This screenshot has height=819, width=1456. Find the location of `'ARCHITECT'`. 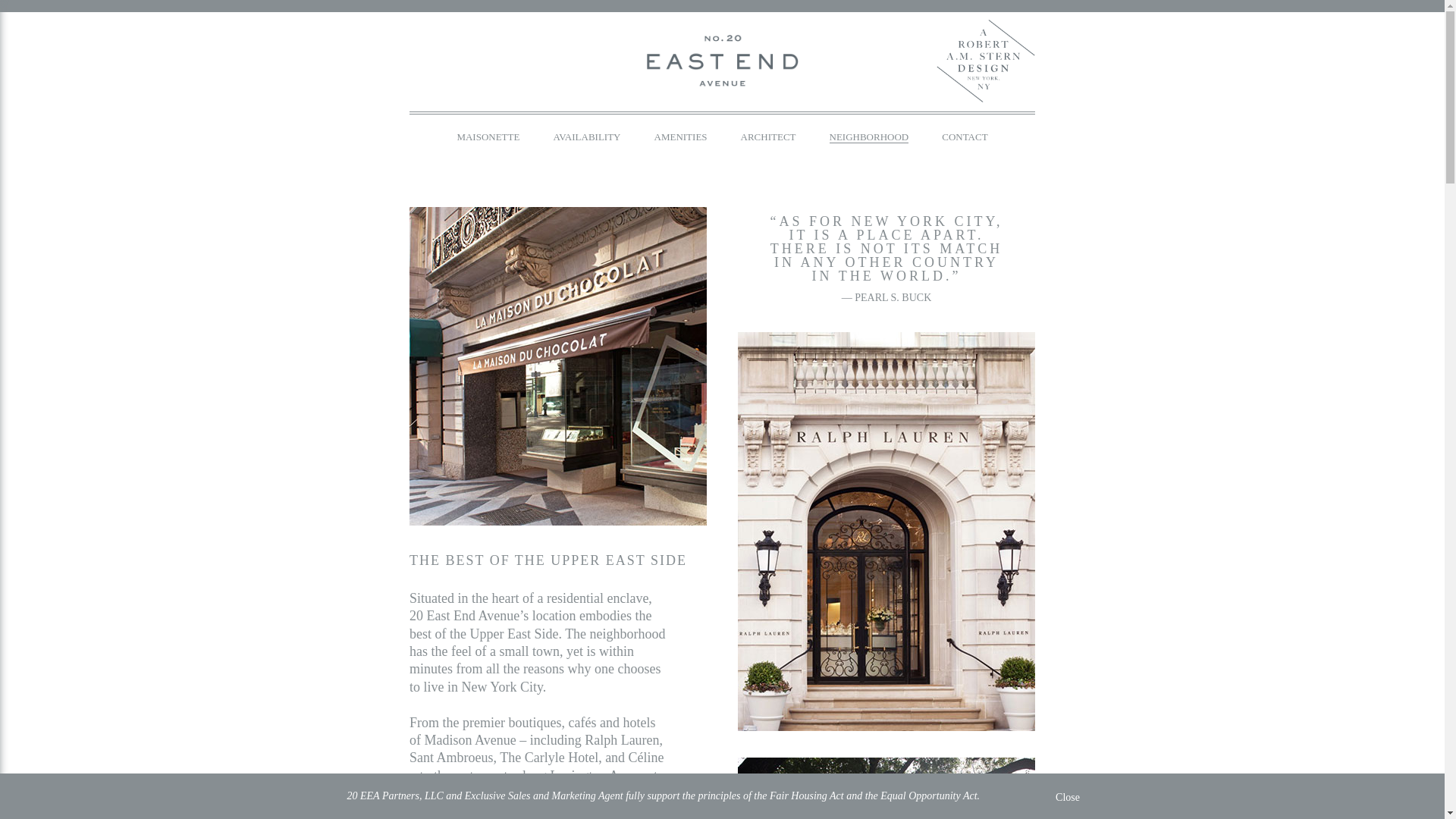

'ARCHITECT' is located at coordinates (768, 136).